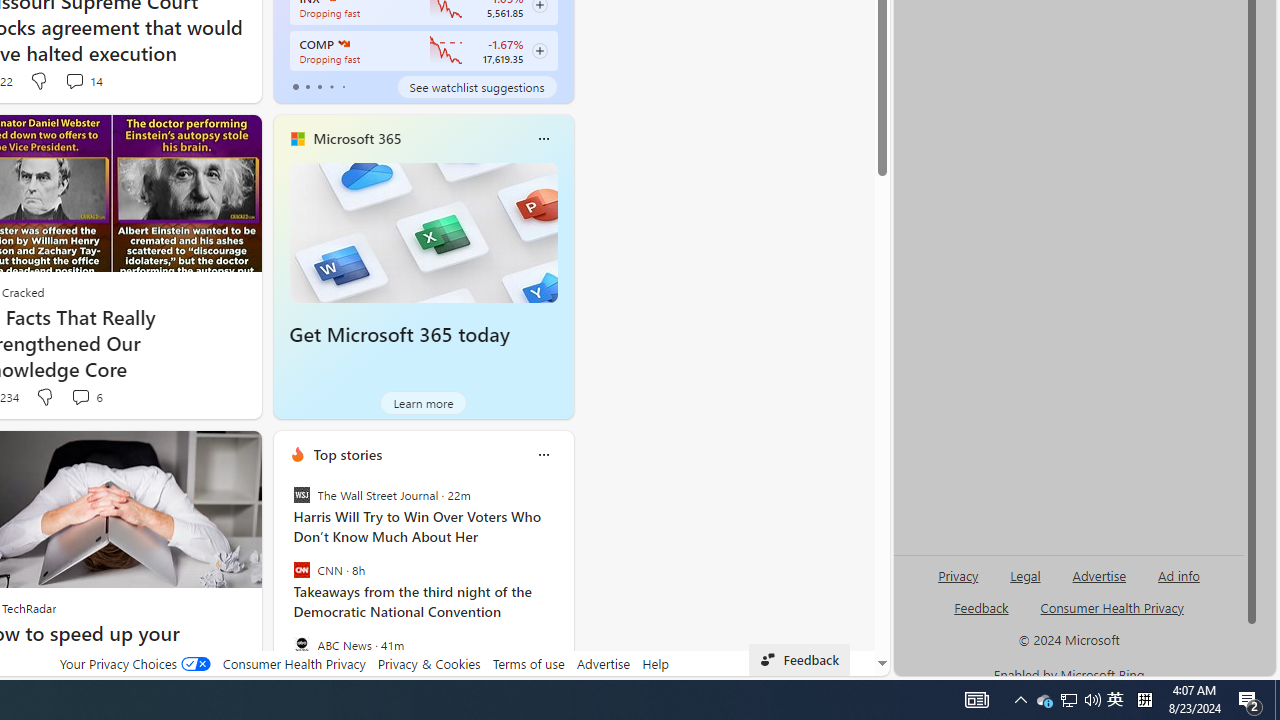 Image resolution: width=1280 pixels, height=720 pixels. What do you see at coordinates (475, 86) in the screenshot?
I see `'See watchlist suggestions'` at bounding box center [475, 86].